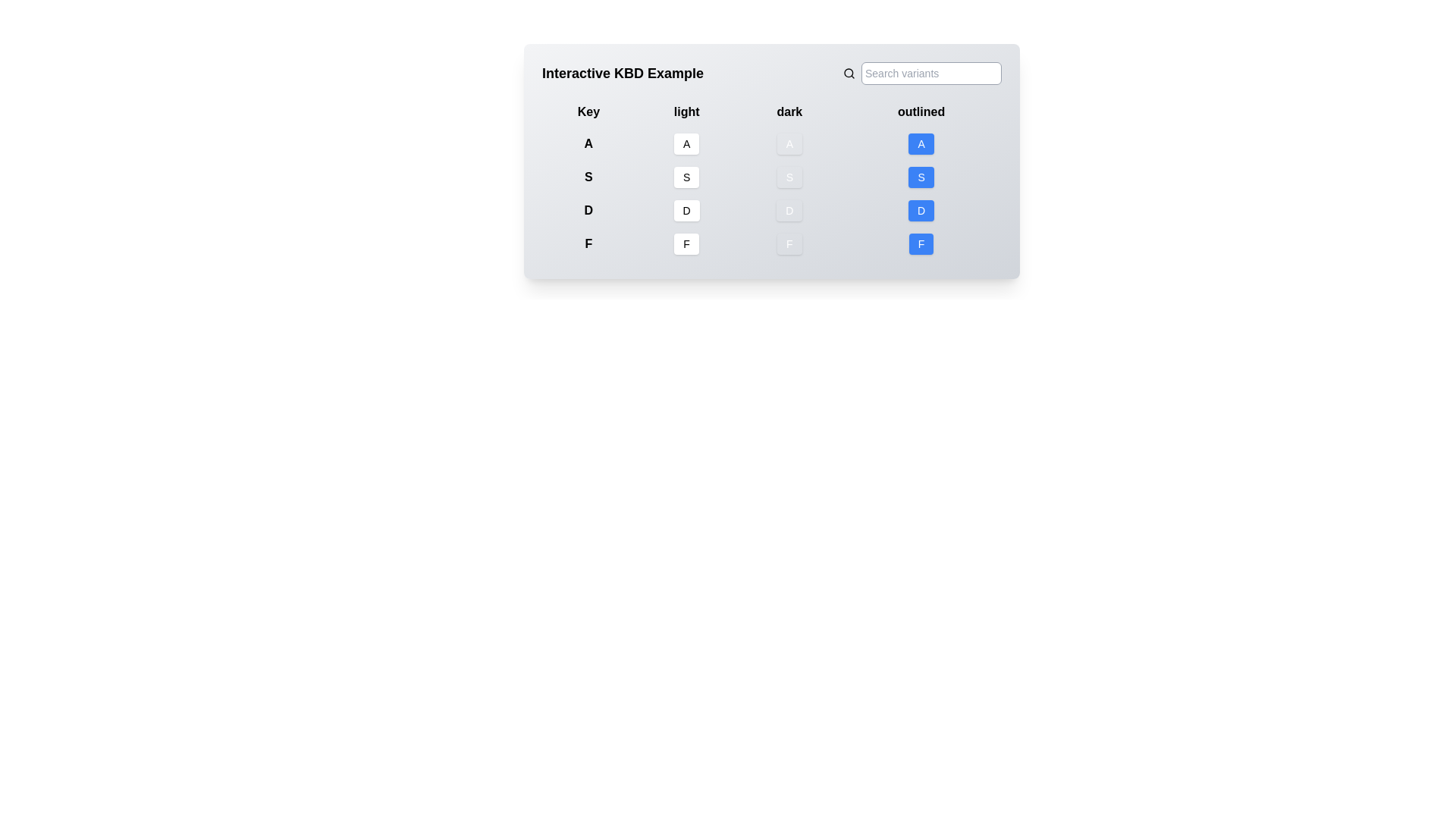 Image resolution: width=1456 pixels, height=819 pixels. Describe the element at coordinates (686, 143) in the screenshot. I see `the button representing the letter 'A' in the multi-column table layout under the 'light' column, aligned with the row labeled 'A' in the 'Key' column` at that location.